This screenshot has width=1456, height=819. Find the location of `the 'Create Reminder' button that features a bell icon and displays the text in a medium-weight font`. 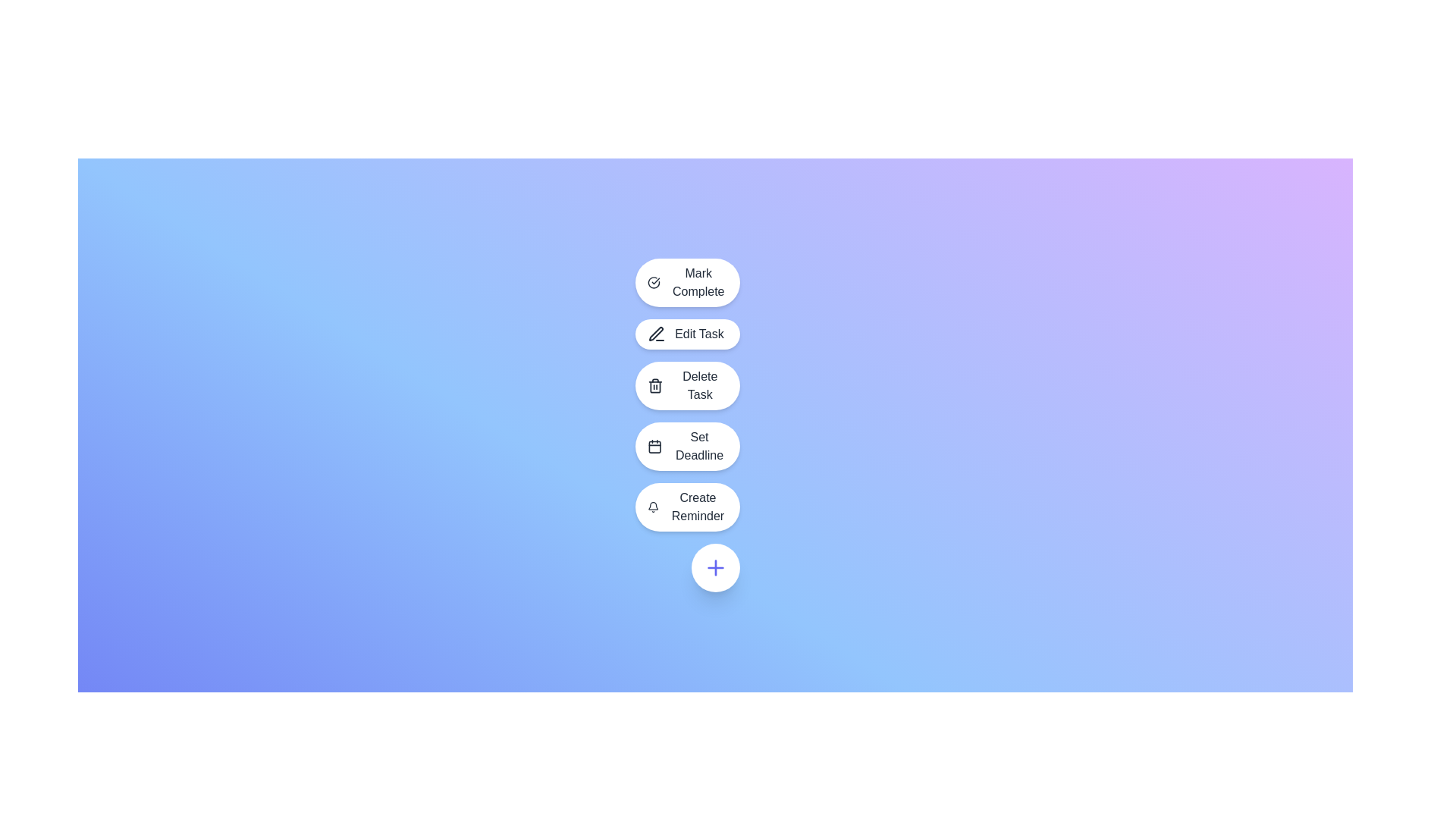

the 'Create Reminder' button that features a bell icon and displays the text in a medium-weight font is located at coordinates (697, 507).